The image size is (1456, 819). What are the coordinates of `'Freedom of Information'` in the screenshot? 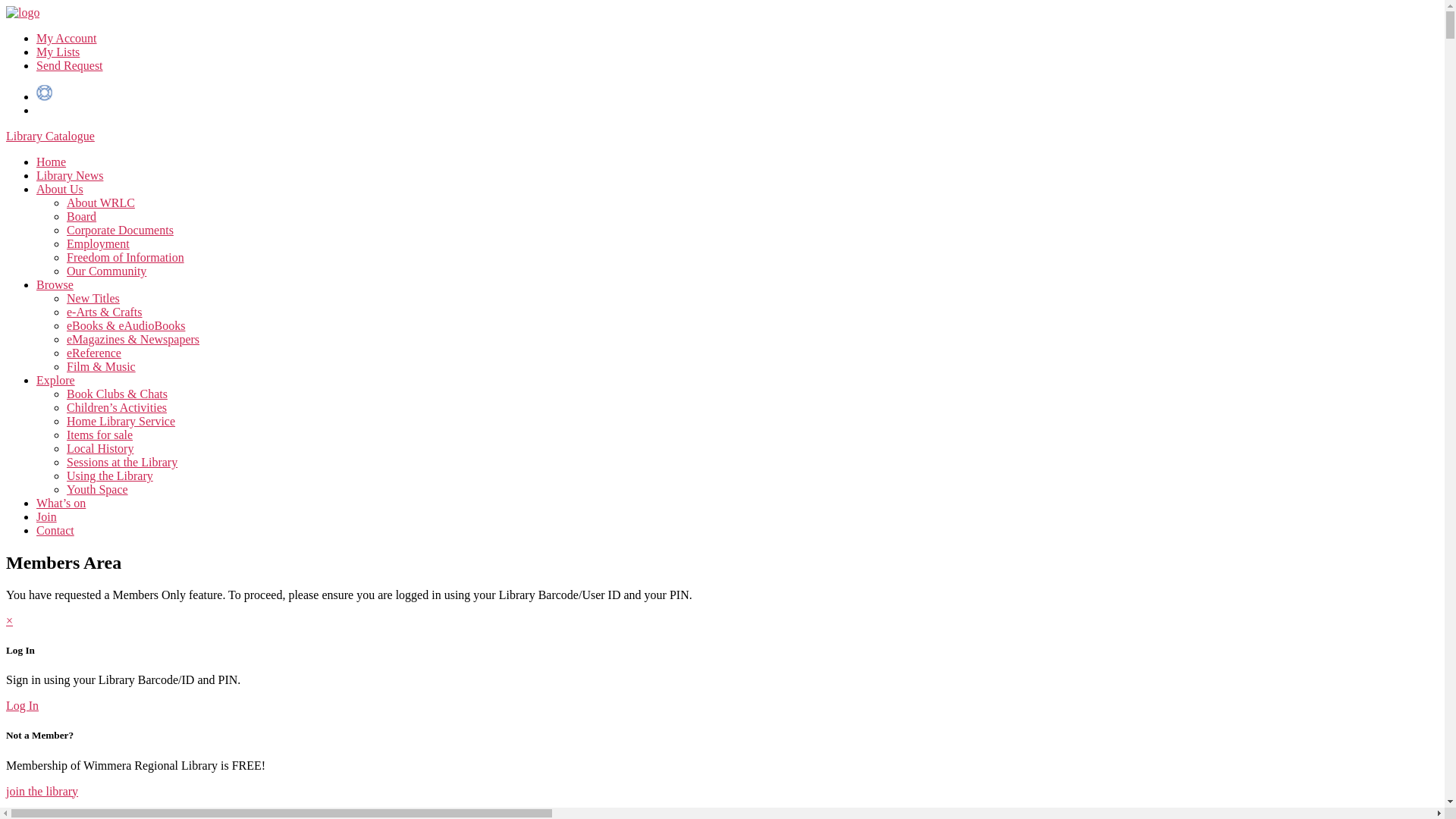 It's located at (125, 256).